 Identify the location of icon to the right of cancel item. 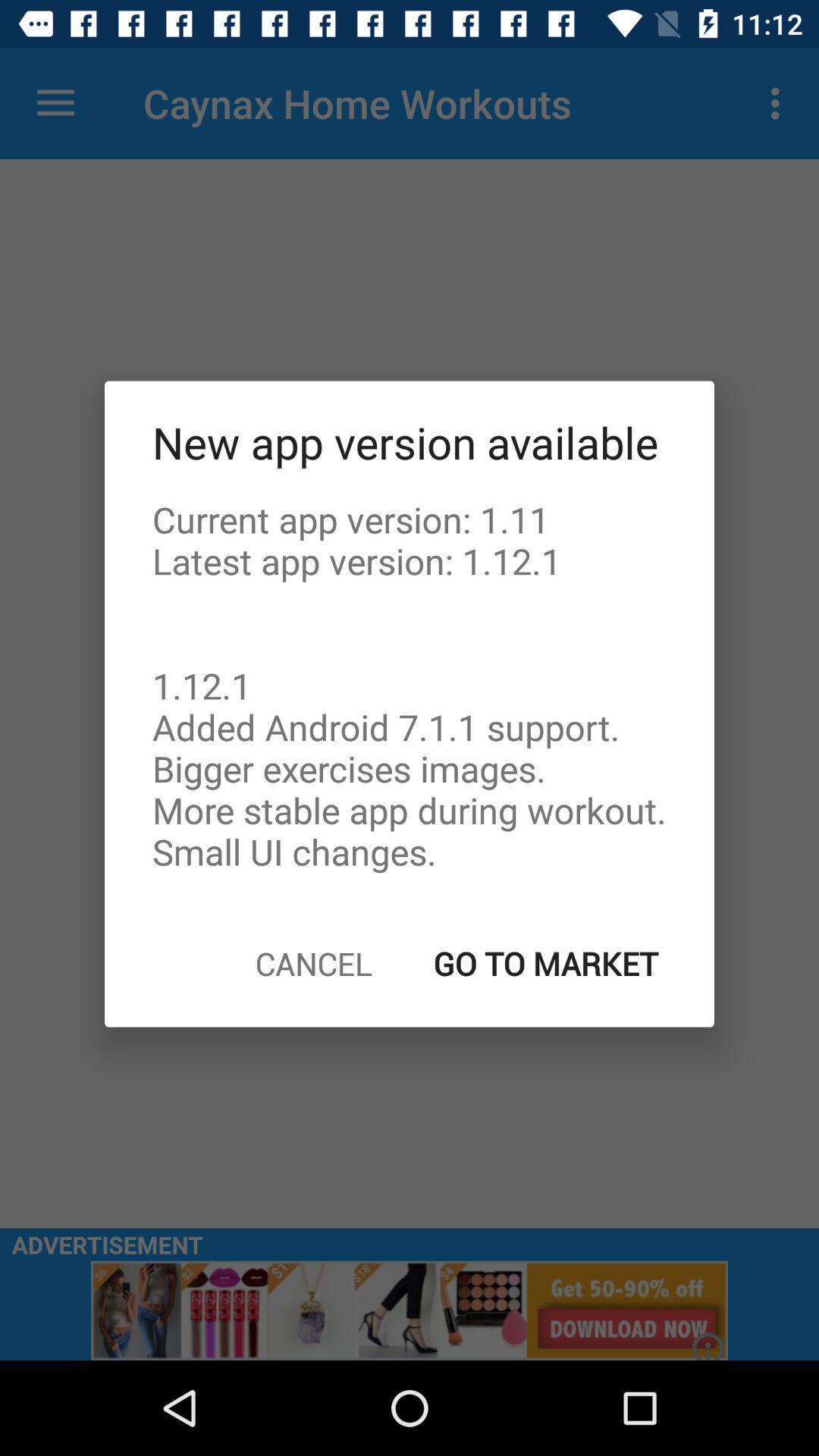
(546, 962).